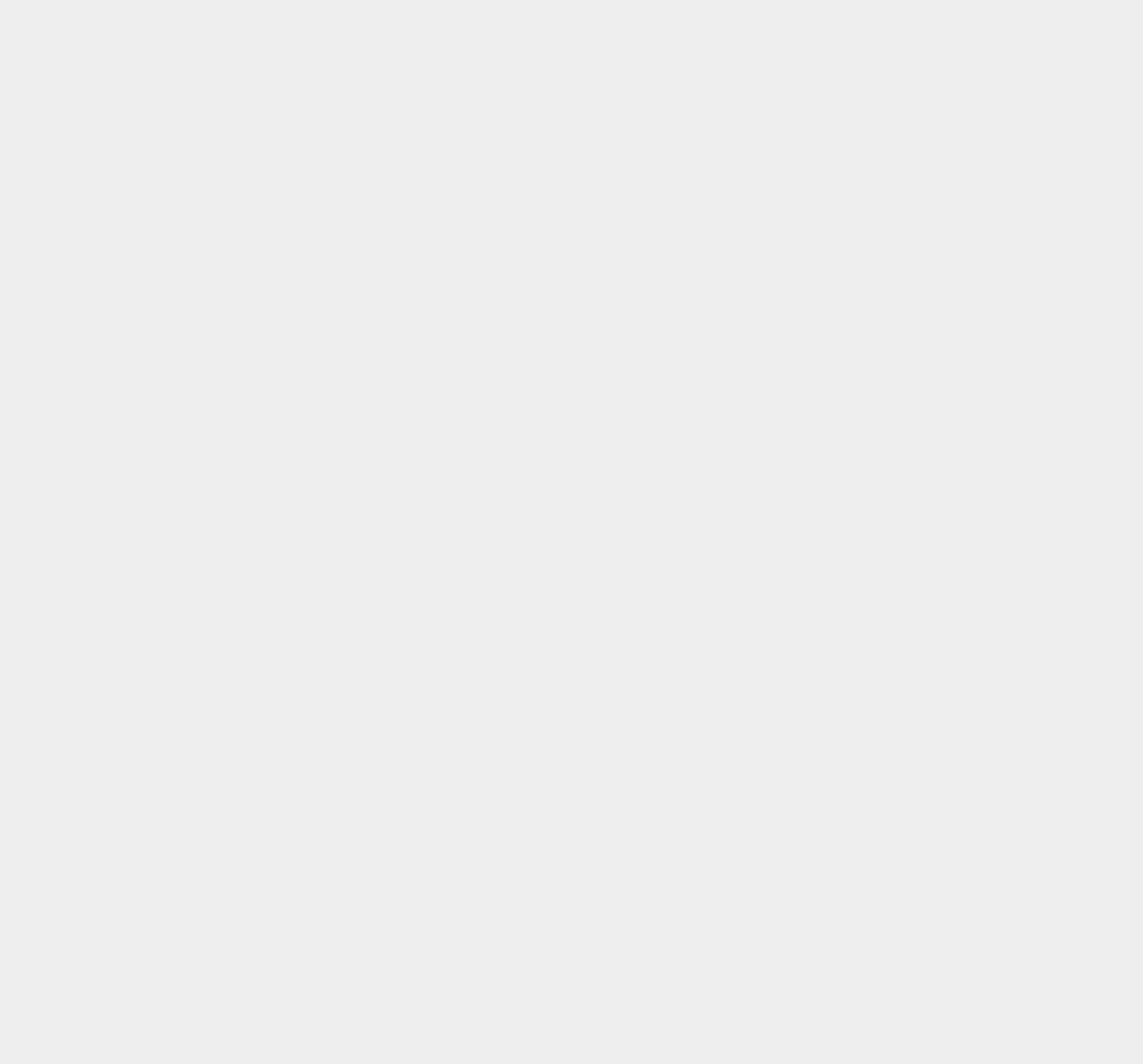  I want to click on 'macOS 14', so click(839, 662).